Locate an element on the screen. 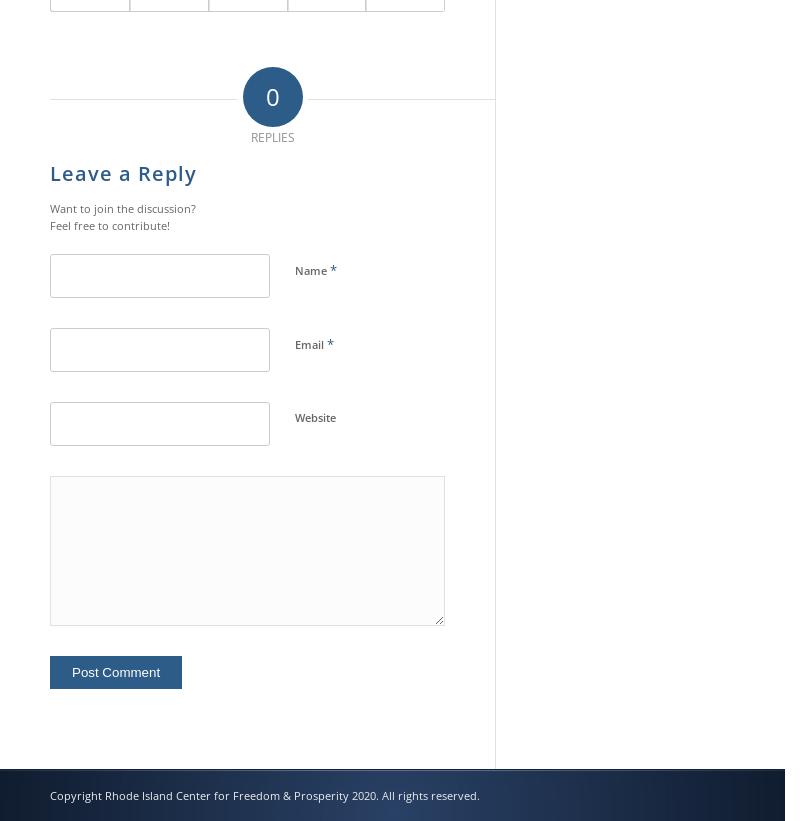  'replies' is located at coordinates (272, 135).